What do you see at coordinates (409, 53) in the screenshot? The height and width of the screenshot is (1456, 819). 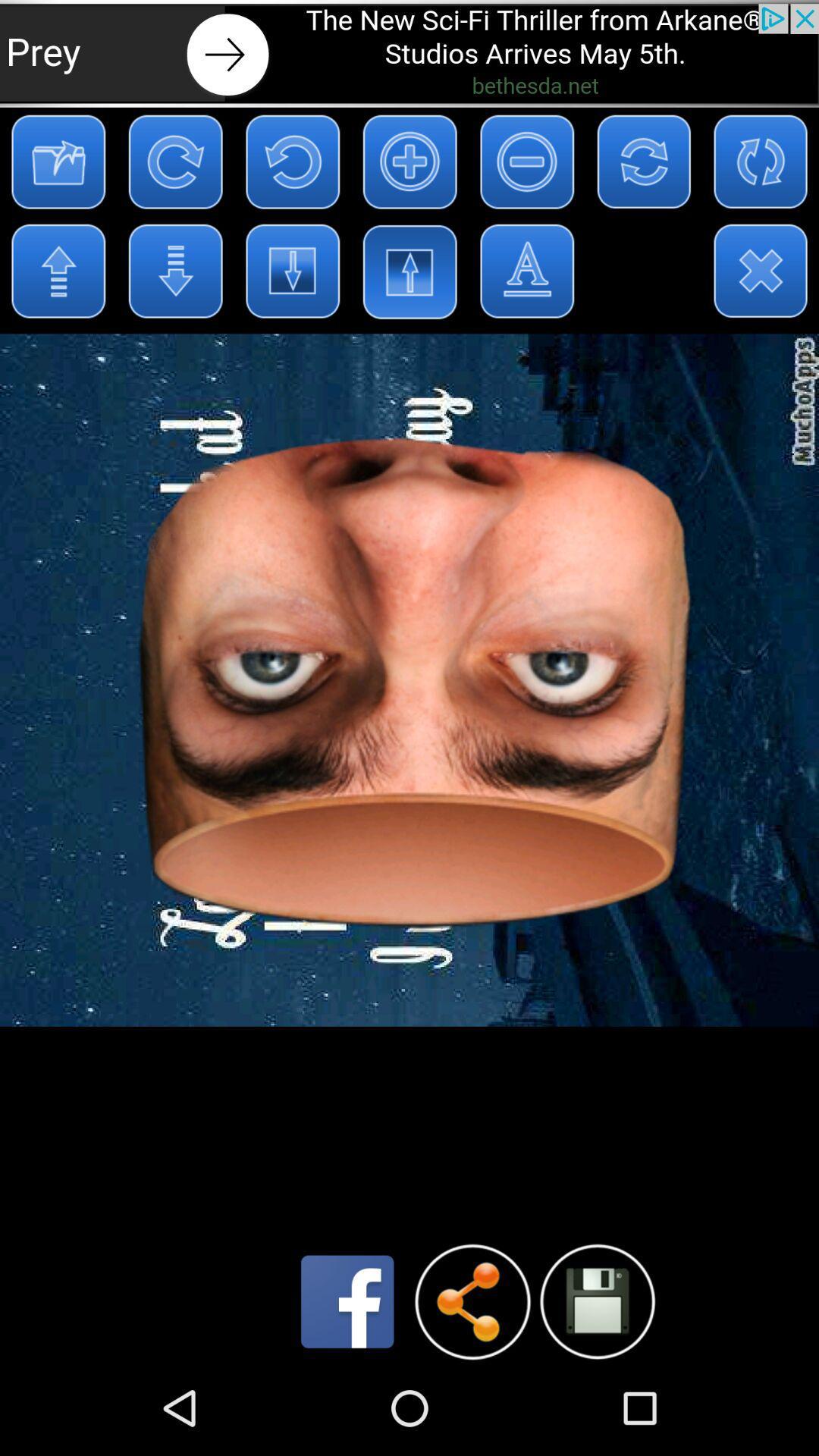 I see `next` at bounding box center [409, 53].